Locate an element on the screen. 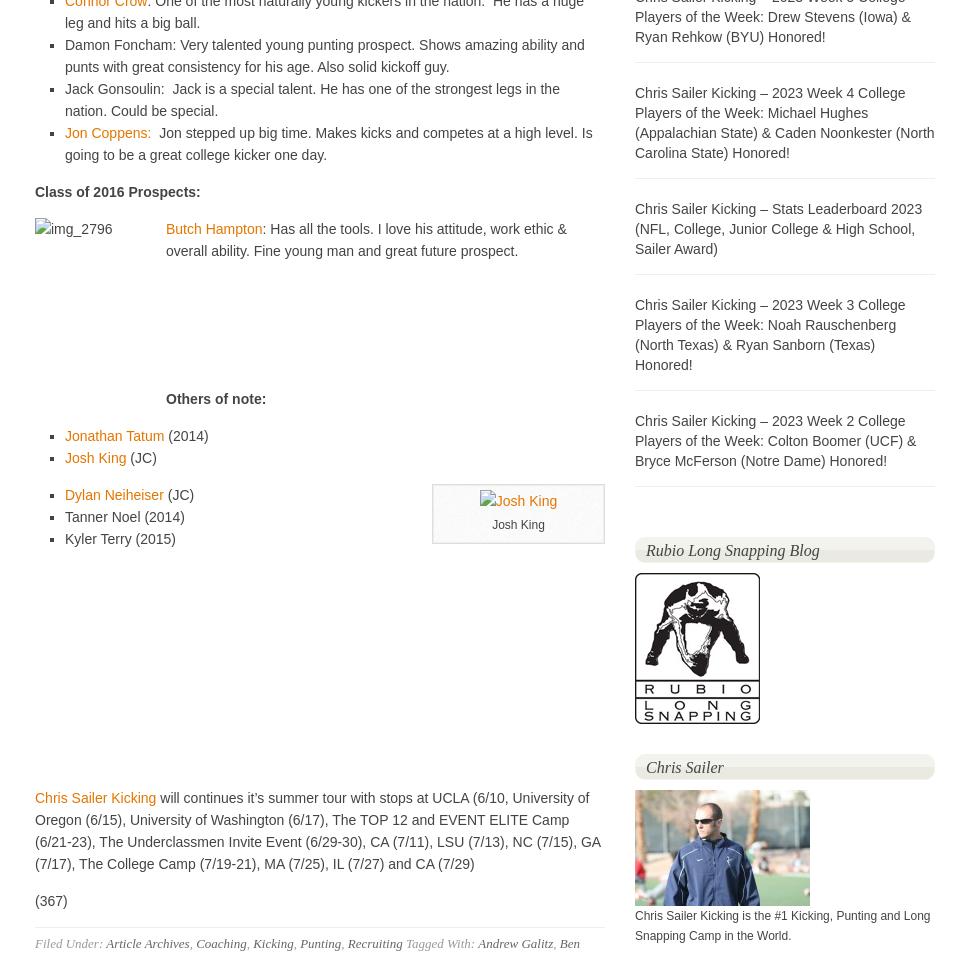 This screenshot has width=960, height=958. 'will continues it’s summer tour with stops at UCLA (6/10, University of Oregon (6/15), University of Washington (6/17), The TOP 12 and EVENT ELITE Camp (6/21-23), The Underclassmen Invite Event (6/29-30), CA (7/11), LSU (7/13), NC (7/15), GA (7/17), The College Camp (7/19-21), MA (7/25), IL (7/27) and CA (7/29)' is located at coordinates (317, 829).